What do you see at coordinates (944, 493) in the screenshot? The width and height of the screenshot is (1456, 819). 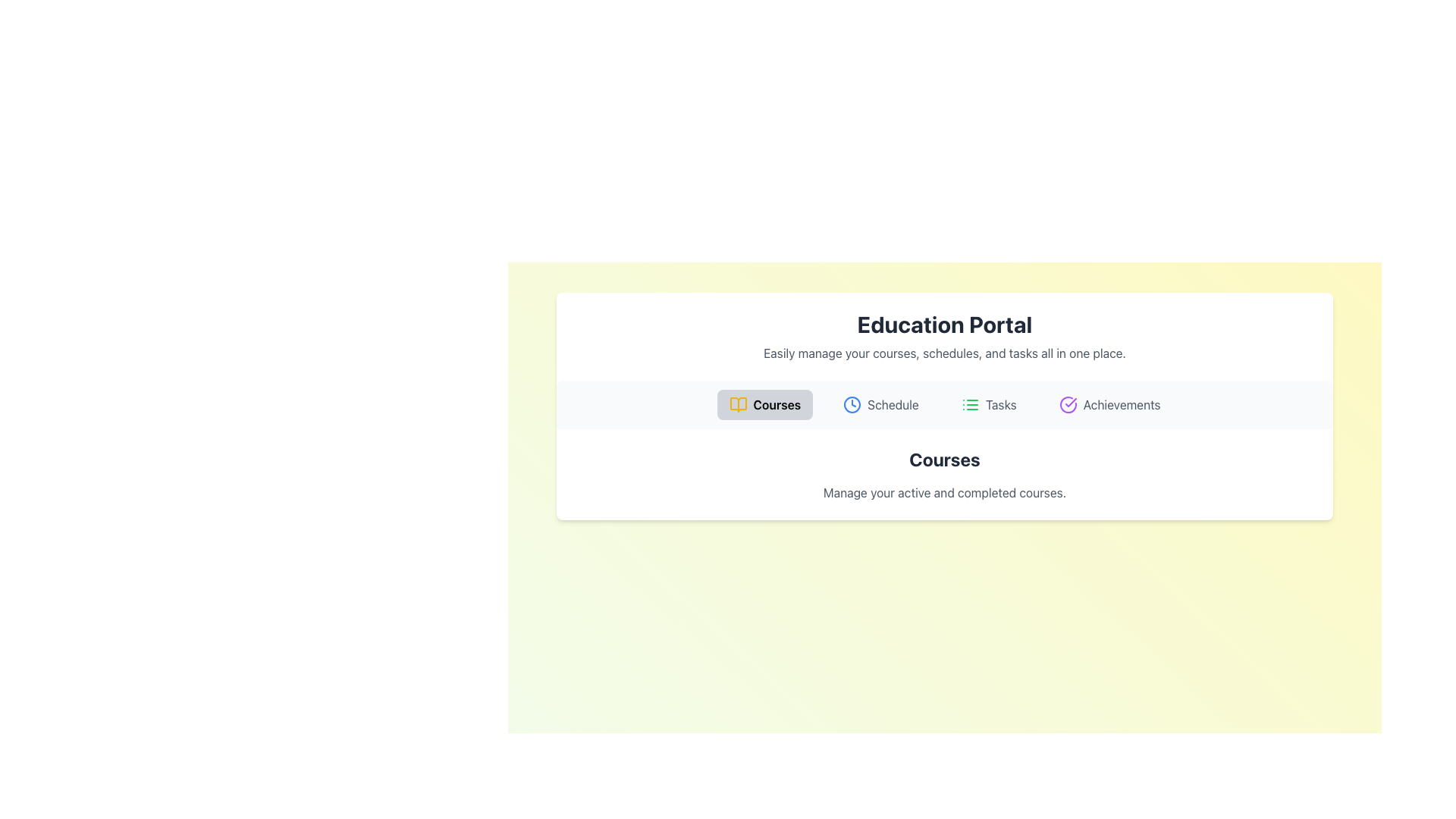 I see `the static text element that contains the message 'Manage your active and completed courses.' which is styled with a gray color and located beneath the header 'Courses' within a card-like area` at bounding box center [944, 493].